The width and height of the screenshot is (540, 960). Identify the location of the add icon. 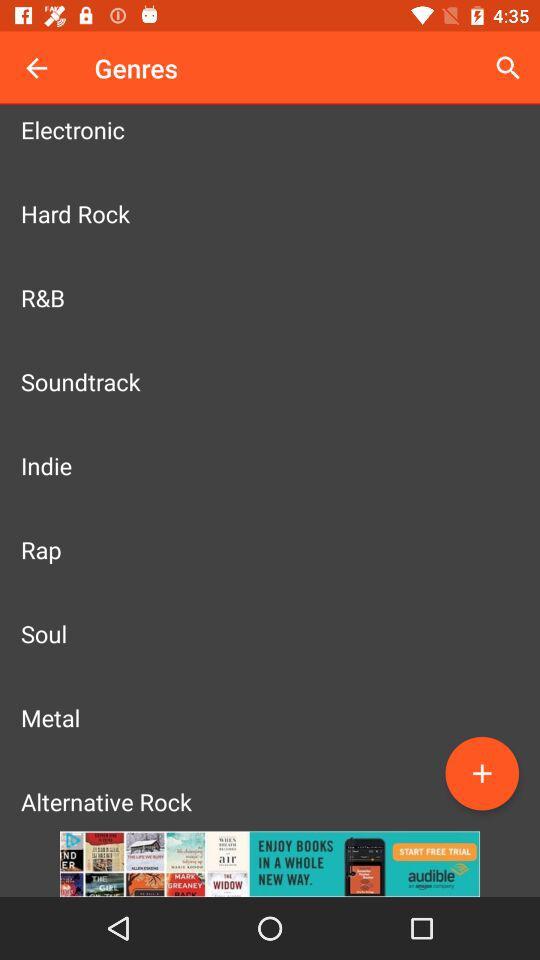
(481, 772).